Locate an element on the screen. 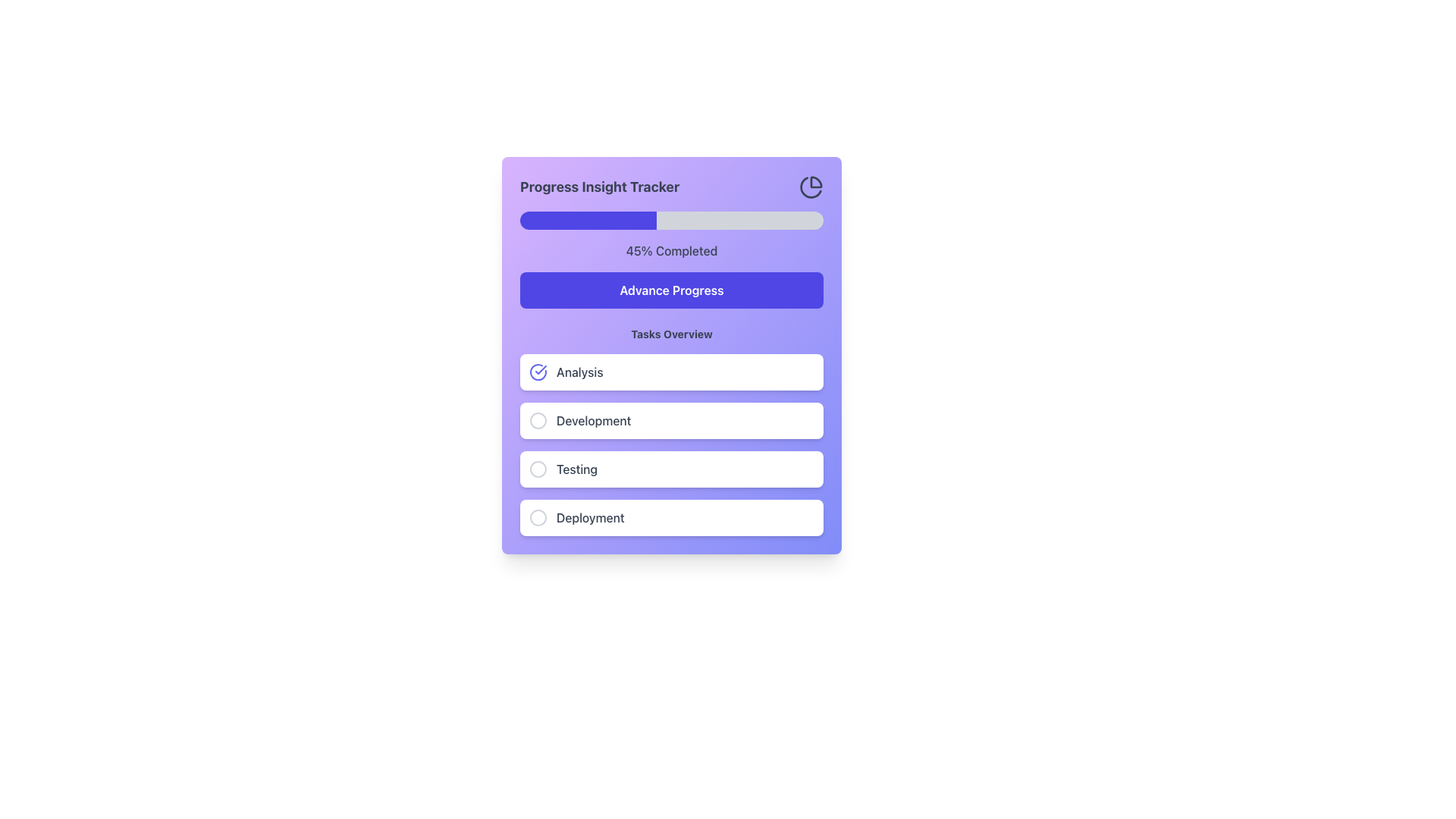 The width and height of the screenshot is (1456, 819). the text label displaying 'Analysis', which is located next to a blue circular checkmark icon within a white rectangular area in the 'Tasks Overview.' is located at coordinates (579, 372).